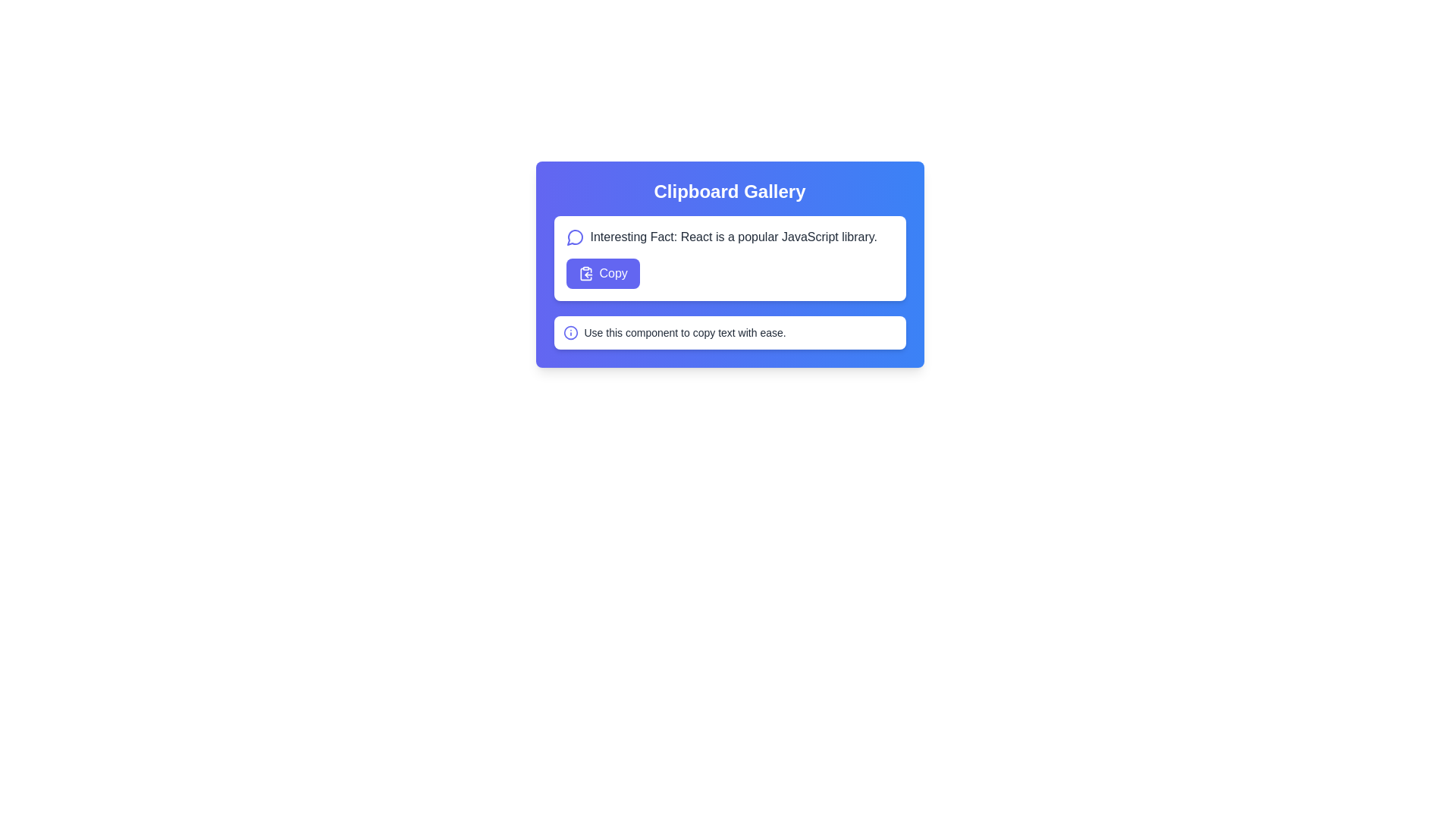 This screenshot has height=819, width=1456. What do you see at coordinates (585, 274) in the screenshot?
I see `the clipboard icon on the blue 'Copy' button located below the text 'Interesting Fact: React is a popular JavaScript library'` at bounding box center [585, 274].